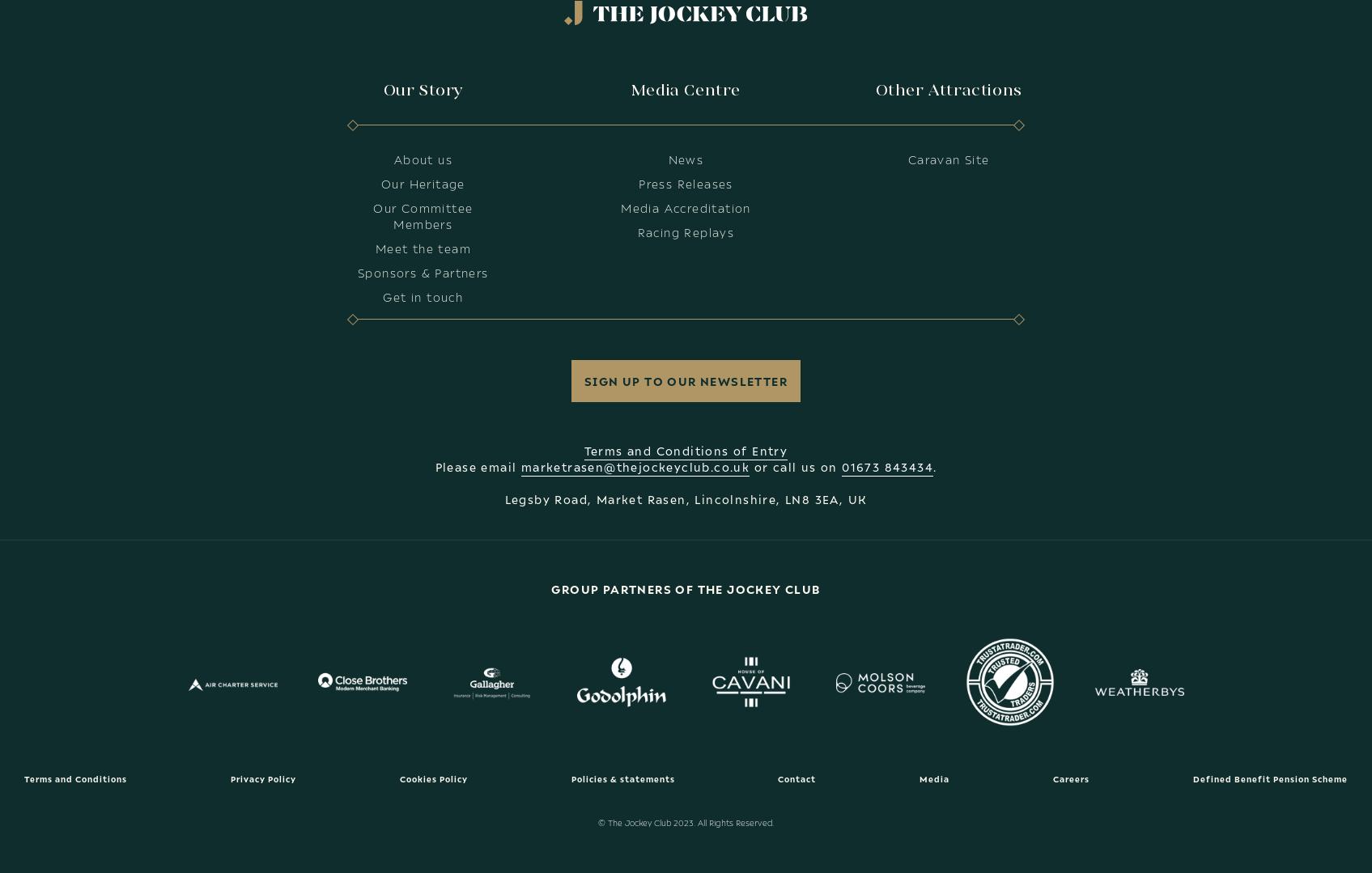 Image resolution: width=1372 pixels, height=873 pixels. What do you see at coordinates (1071, 778) in the screenshot?
I see `'Careers'` at bounding box center [1071, 778].